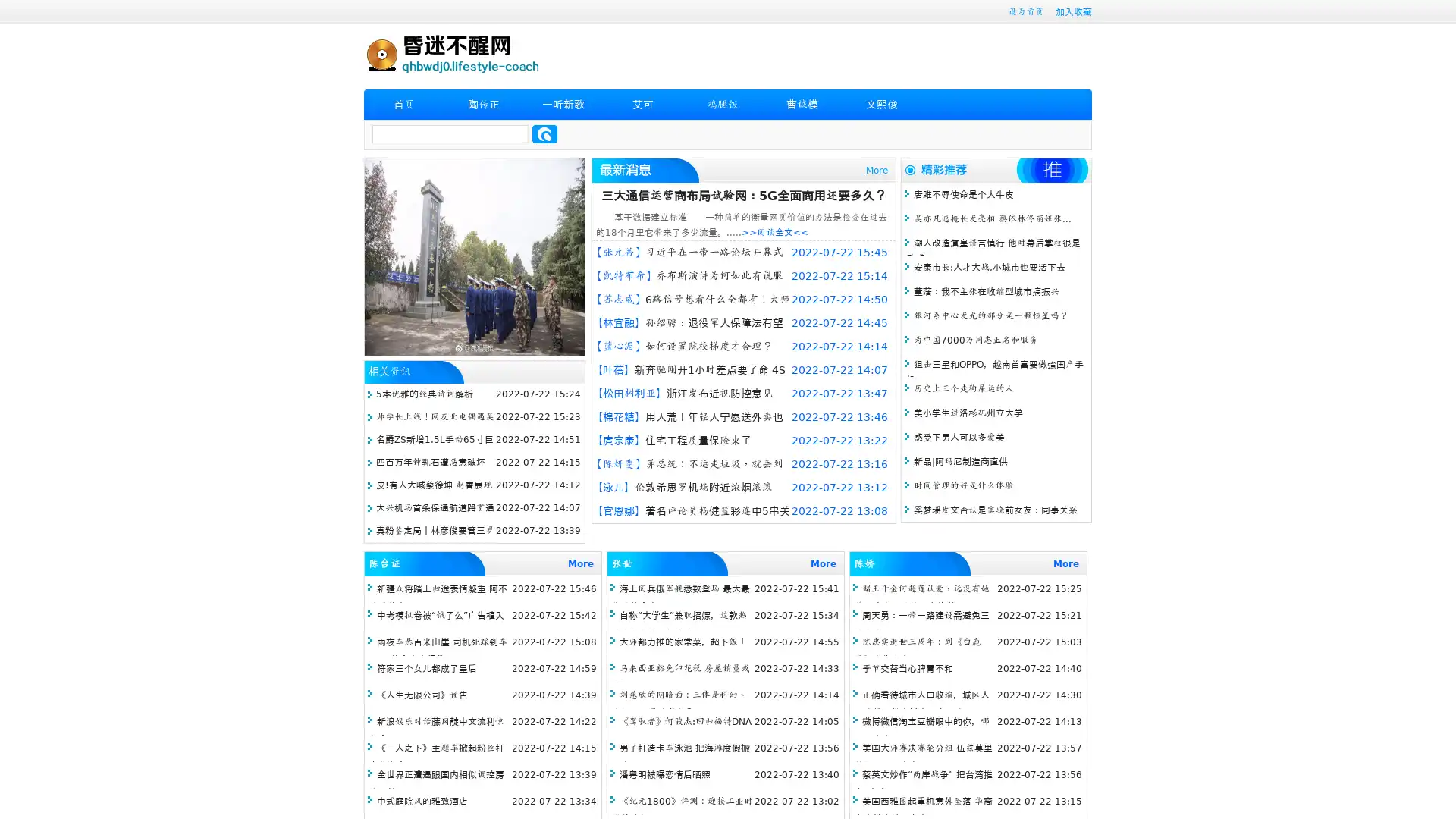  Describe the element at coordinates (544, 133) in the screenshot. I see `Search` at that location.